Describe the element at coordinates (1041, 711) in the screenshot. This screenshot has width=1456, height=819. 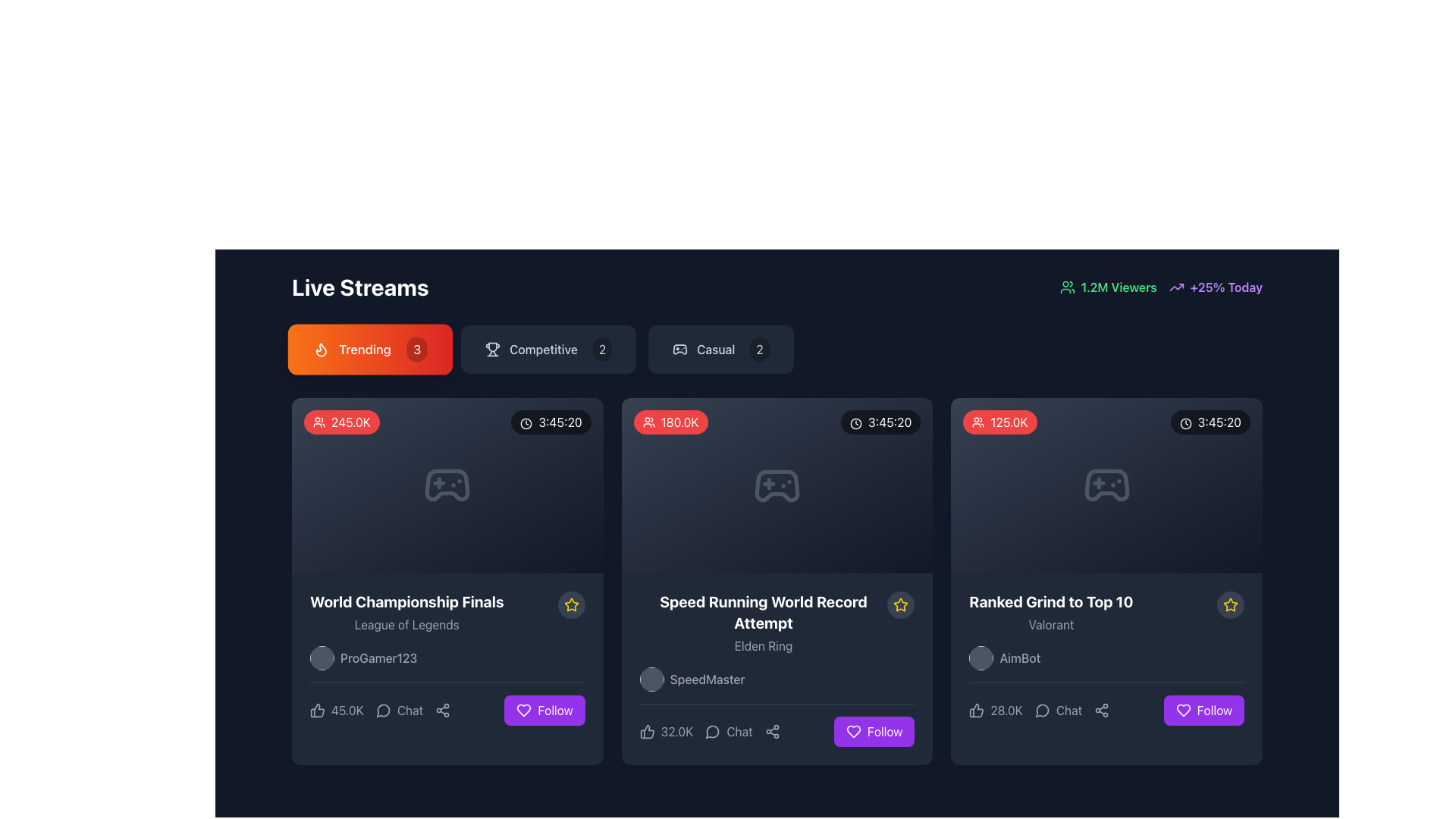
I see `the chat icon located at the bottom of the content card, which visually complements the text 'Chat'` at that location.